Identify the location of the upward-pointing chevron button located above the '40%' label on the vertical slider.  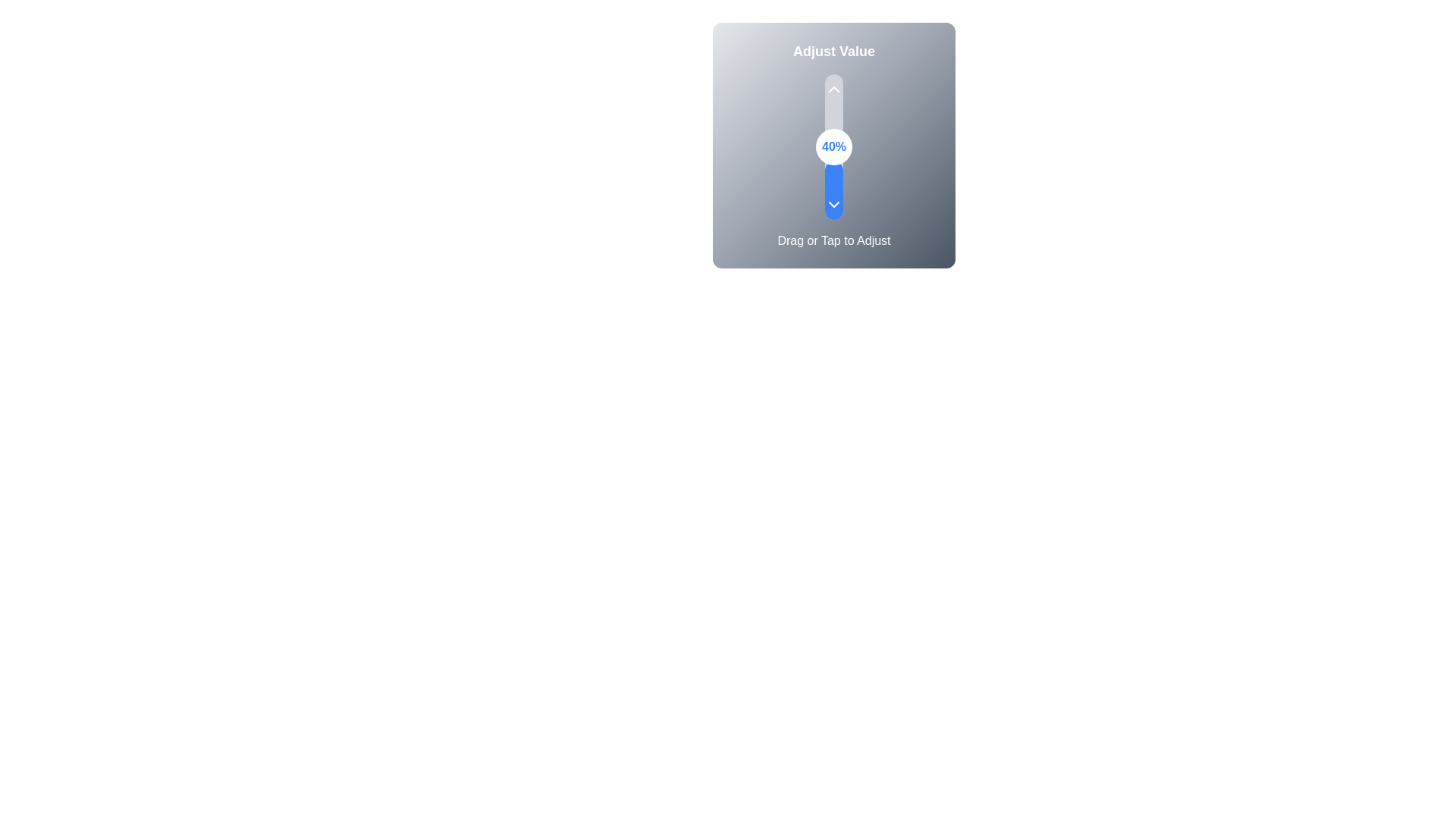
(833, 89).